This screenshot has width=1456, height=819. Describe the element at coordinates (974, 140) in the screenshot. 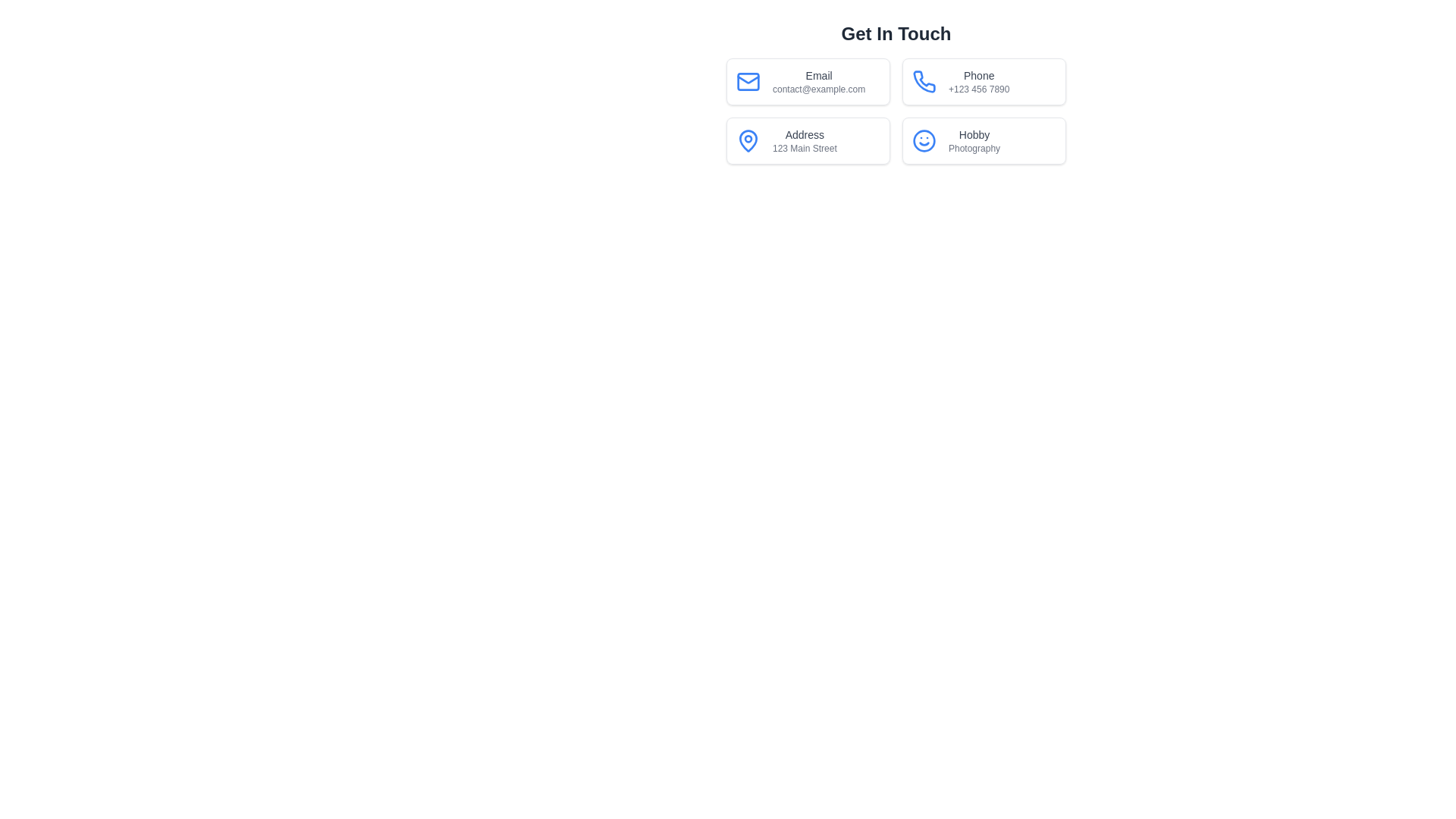

I see `text displayed in the Text Display element which shows 'Hobby' in larger font and 'Photography' in smaller font, located in the bottom-right corner of the 'Get In Touch' grid` at that location.